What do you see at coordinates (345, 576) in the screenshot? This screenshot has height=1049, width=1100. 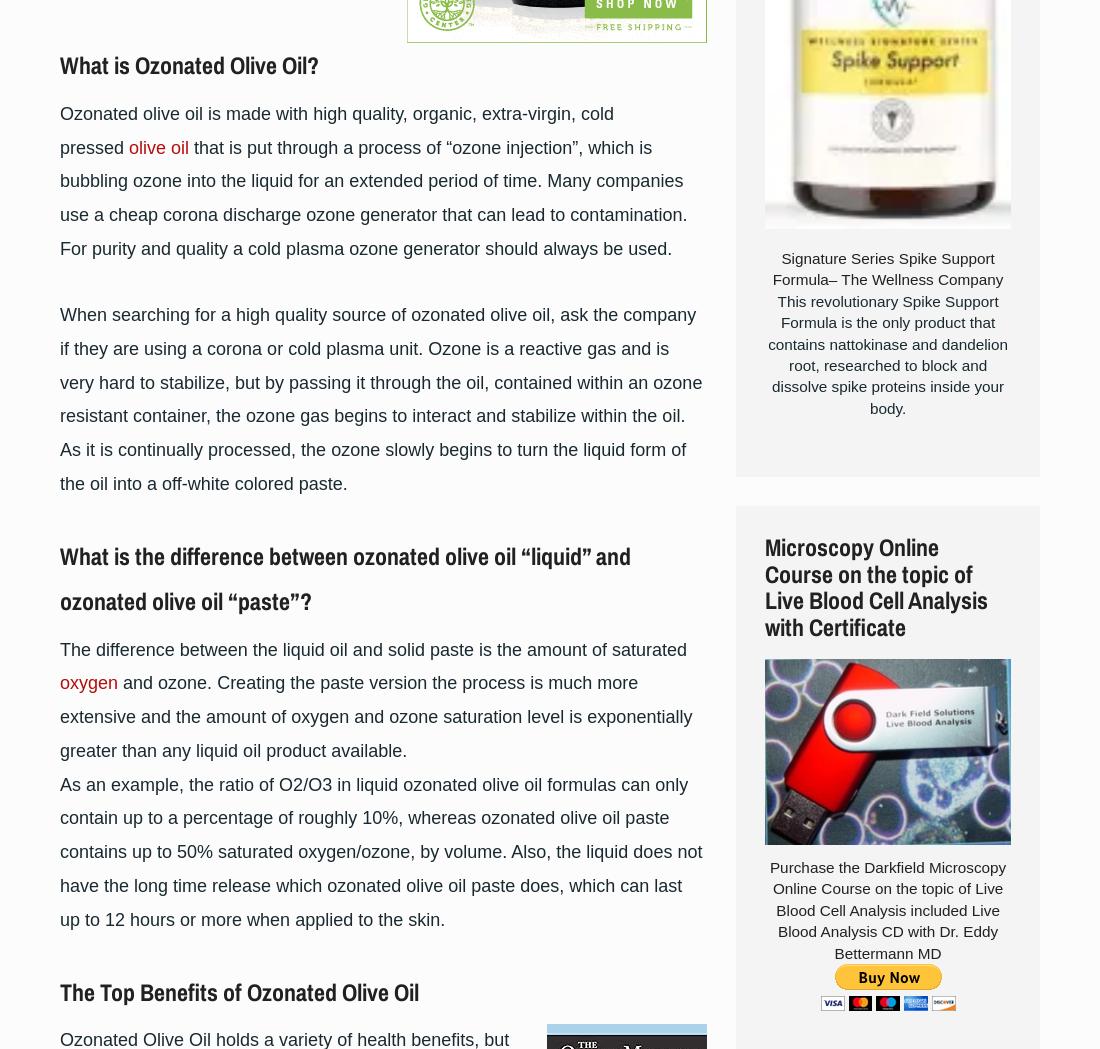 I see `'What is the difference between ozonated olive oil “liquid” and ozonated olive oil “paste”?'` at bounding box center [345, 576].